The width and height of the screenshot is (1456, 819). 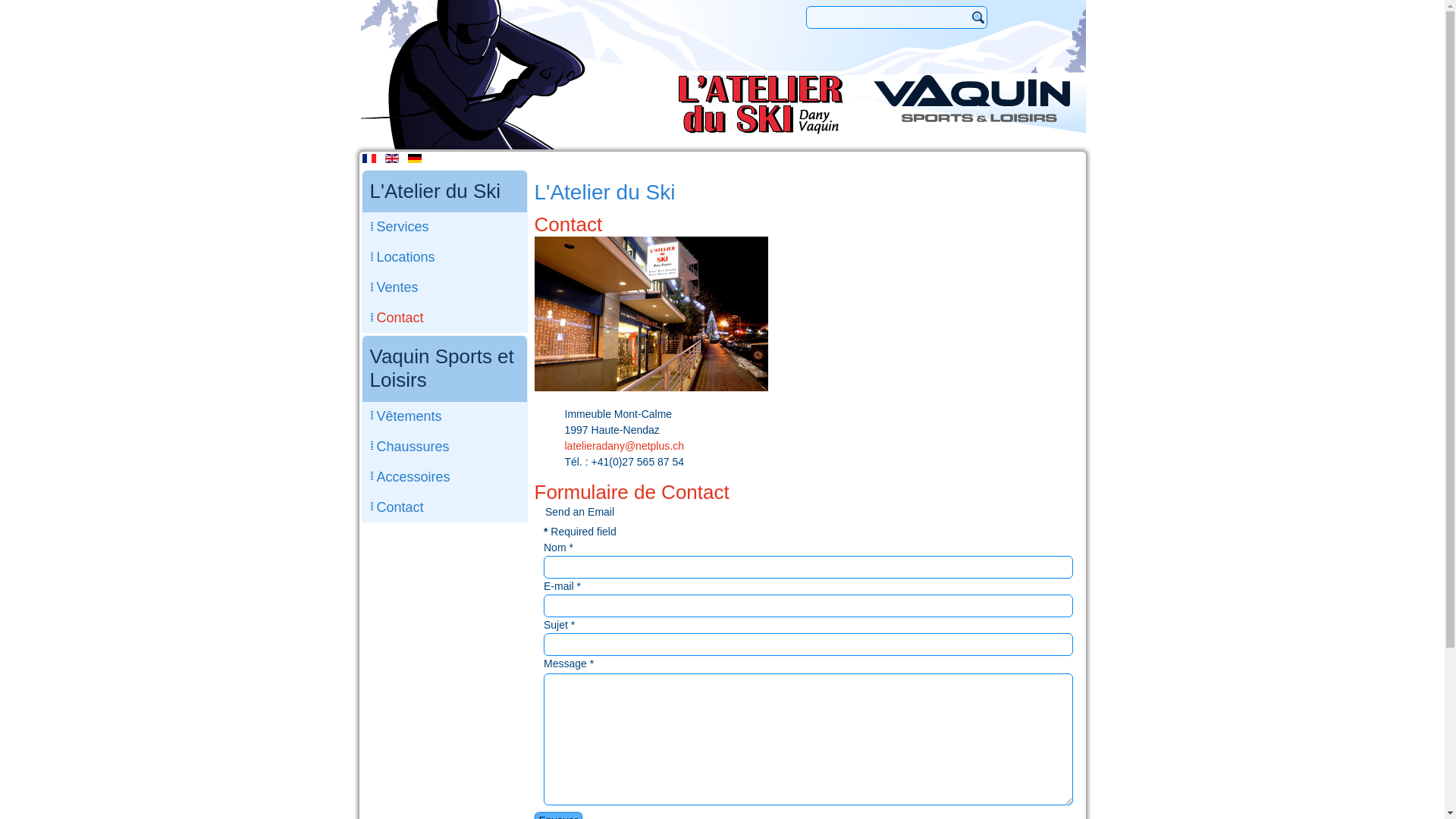 What do you see at coordinates (443, 227) in the screenshot?
I see `'Services'` at bounding box center [443, 227].